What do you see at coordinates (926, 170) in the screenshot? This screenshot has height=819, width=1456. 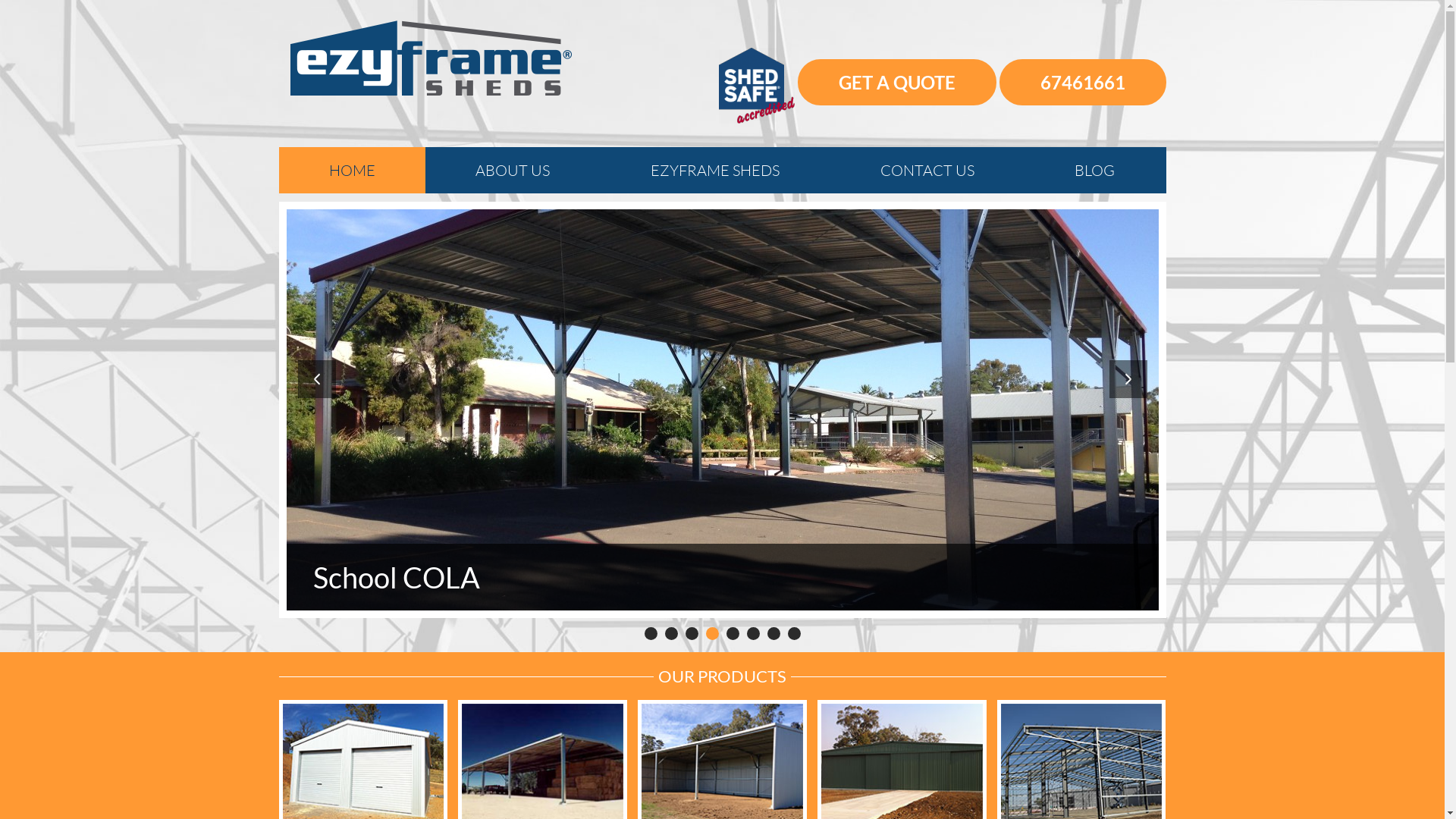 I see `'CONTACT US'` at bounding box center [926, 170].